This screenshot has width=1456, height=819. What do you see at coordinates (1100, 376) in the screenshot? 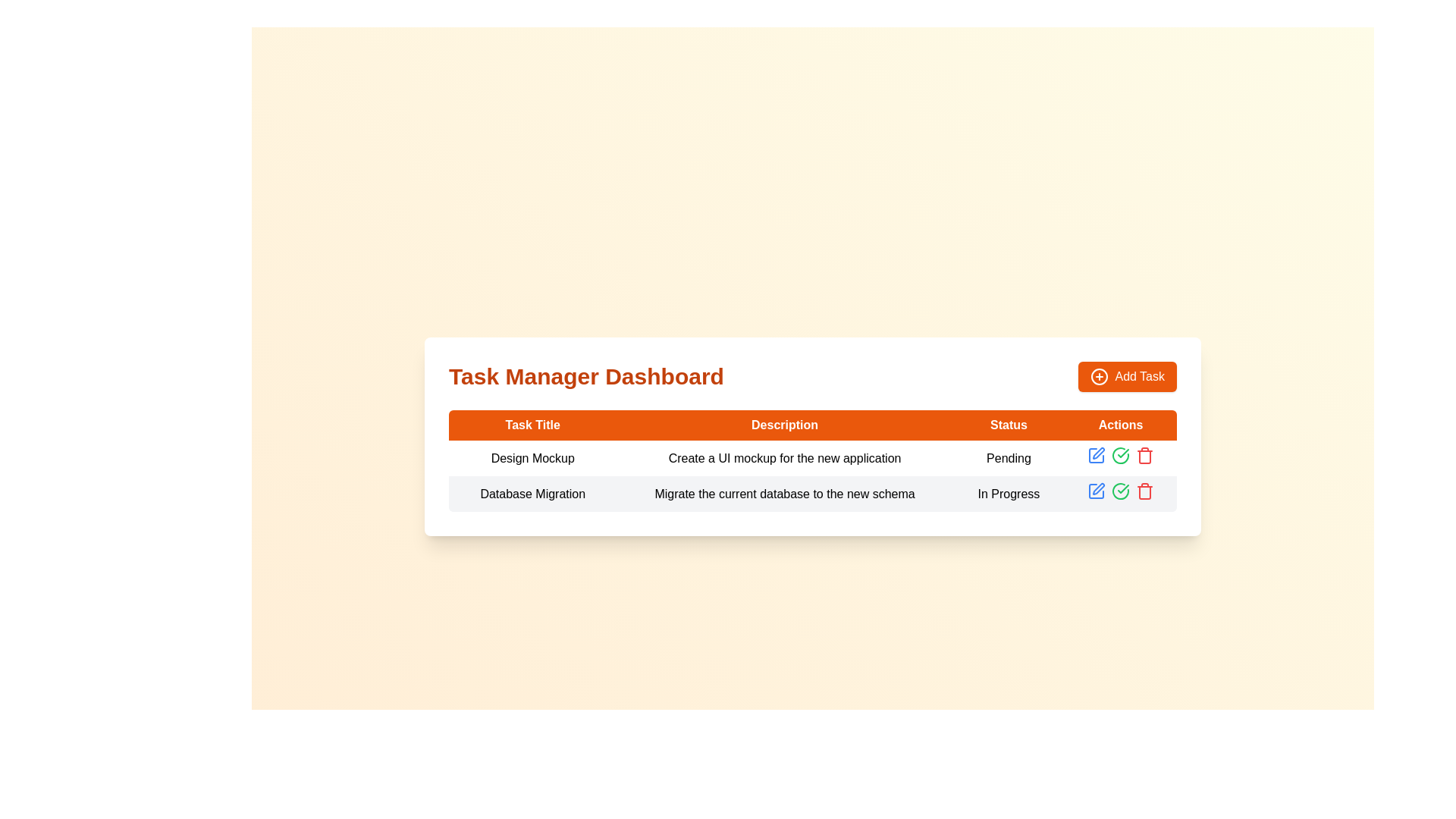
I see `the 'Add Task' icon located in the upper-right corner of the content card to initiate adding a task` at bounding box center [1100, 376].